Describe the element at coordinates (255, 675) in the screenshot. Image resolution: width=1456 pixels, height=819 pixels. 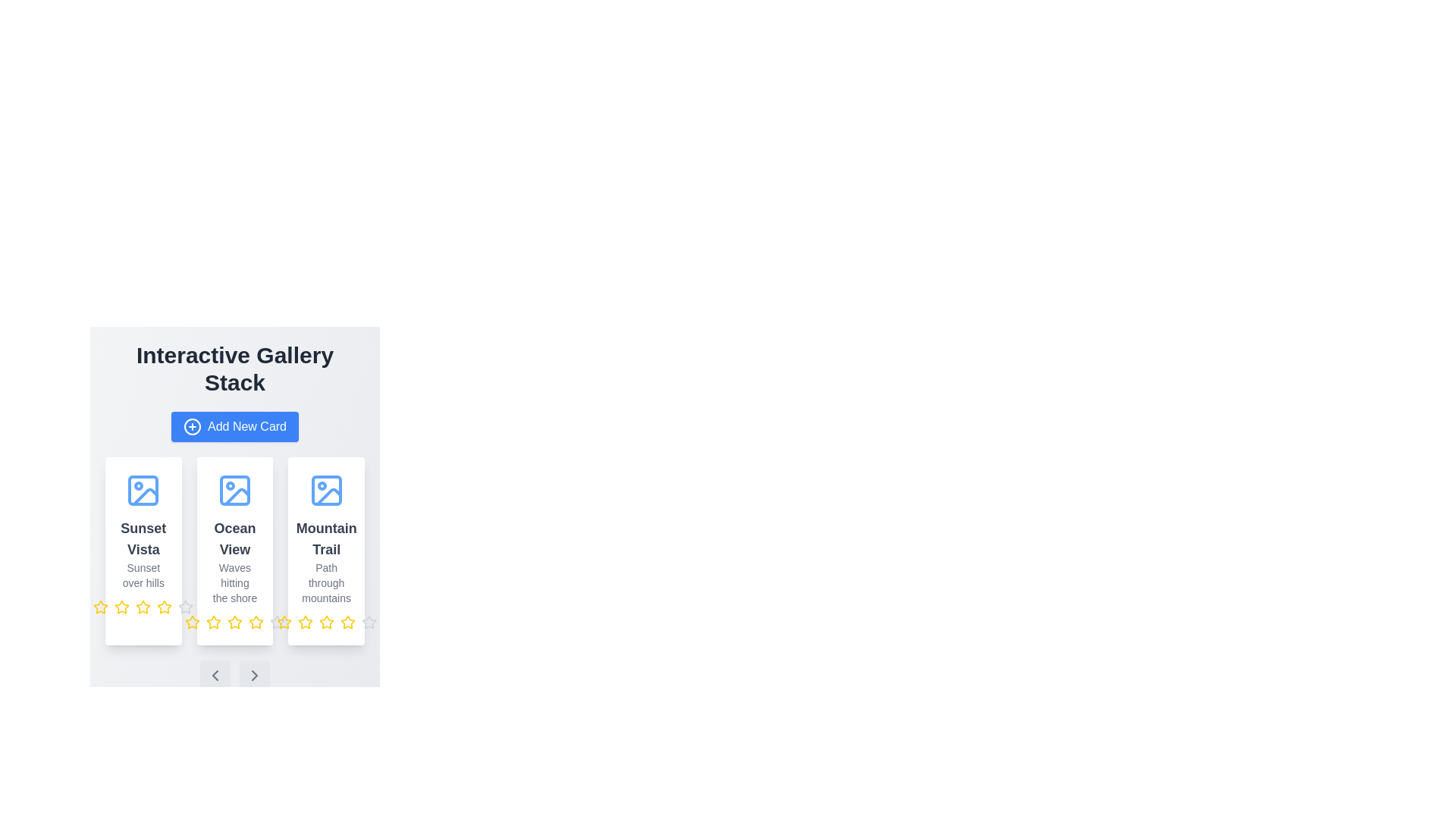
I see `the right-facing chevron arrow icon button, which is styled in gray and located at the bottom right of the navigation button section, to change its appearance` at that location.